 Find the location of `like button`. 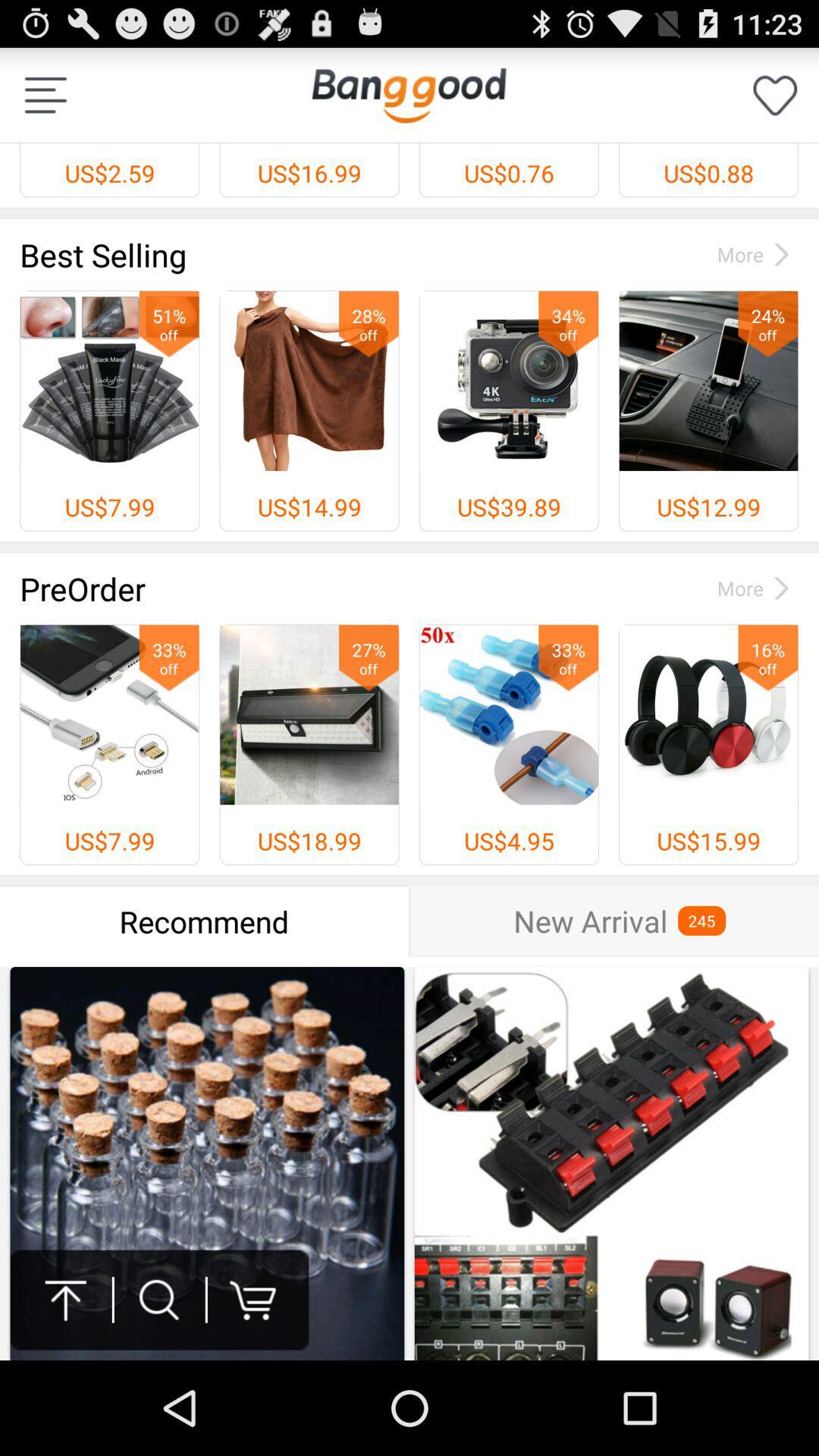

like button is located at coordinates (775, 94).